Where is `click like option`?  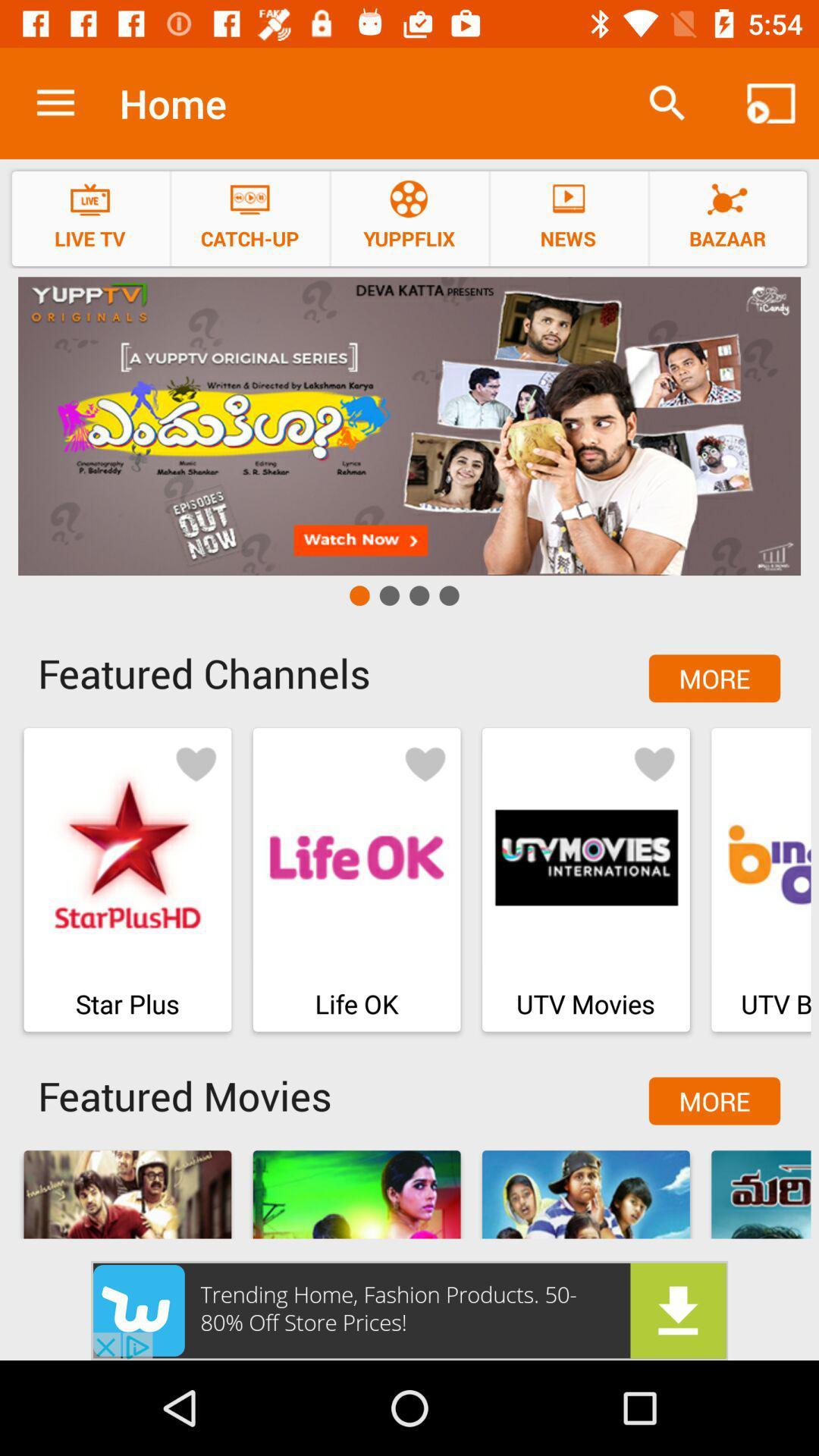
click like option is located at coordinates (654, 763).